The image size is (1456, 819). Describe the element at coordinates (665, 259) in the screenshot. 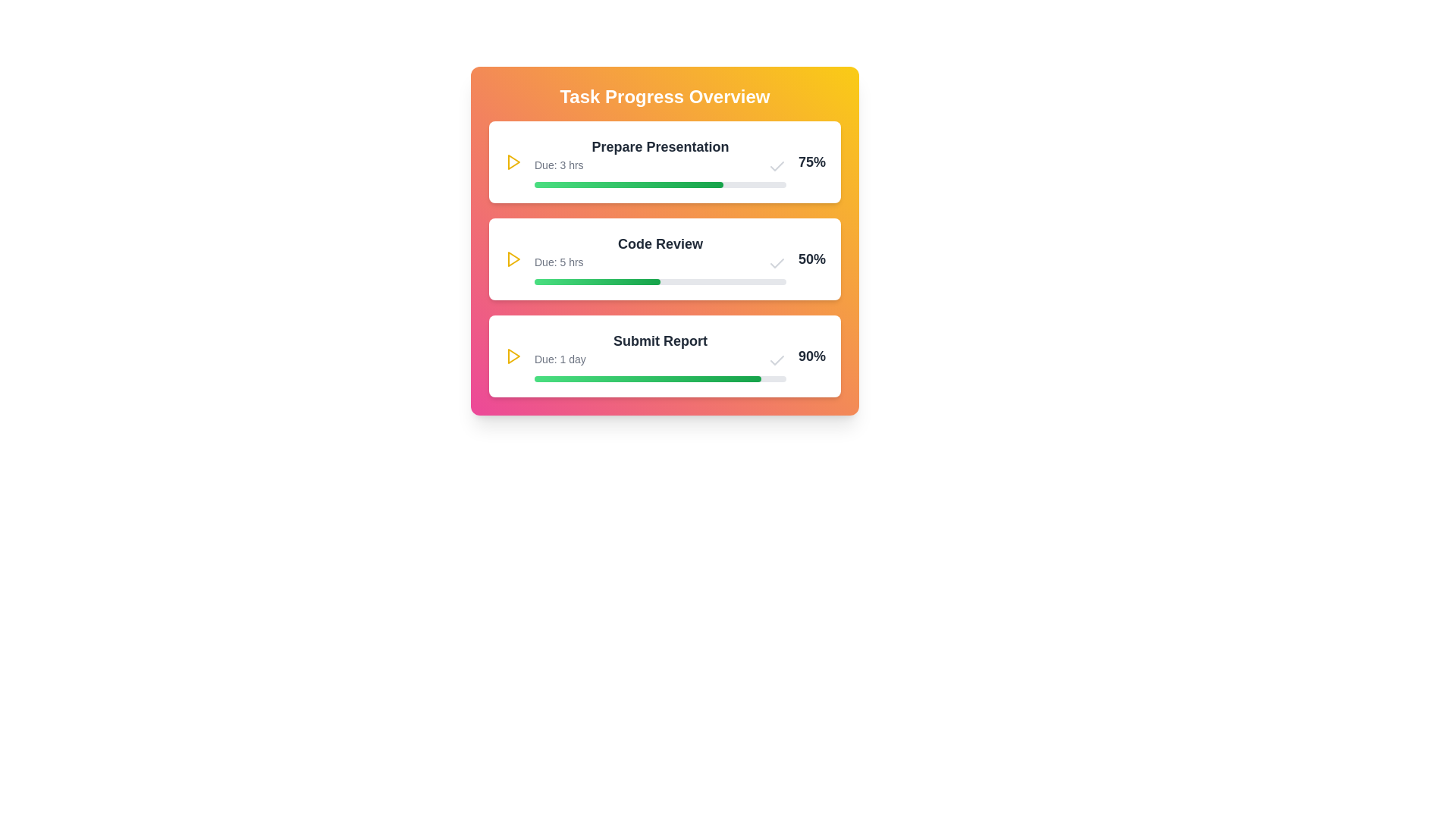

I see `task details from the second task card within the 'Task Progress Overview' section, which provides status information for the task 'Code Review.'` at that location.